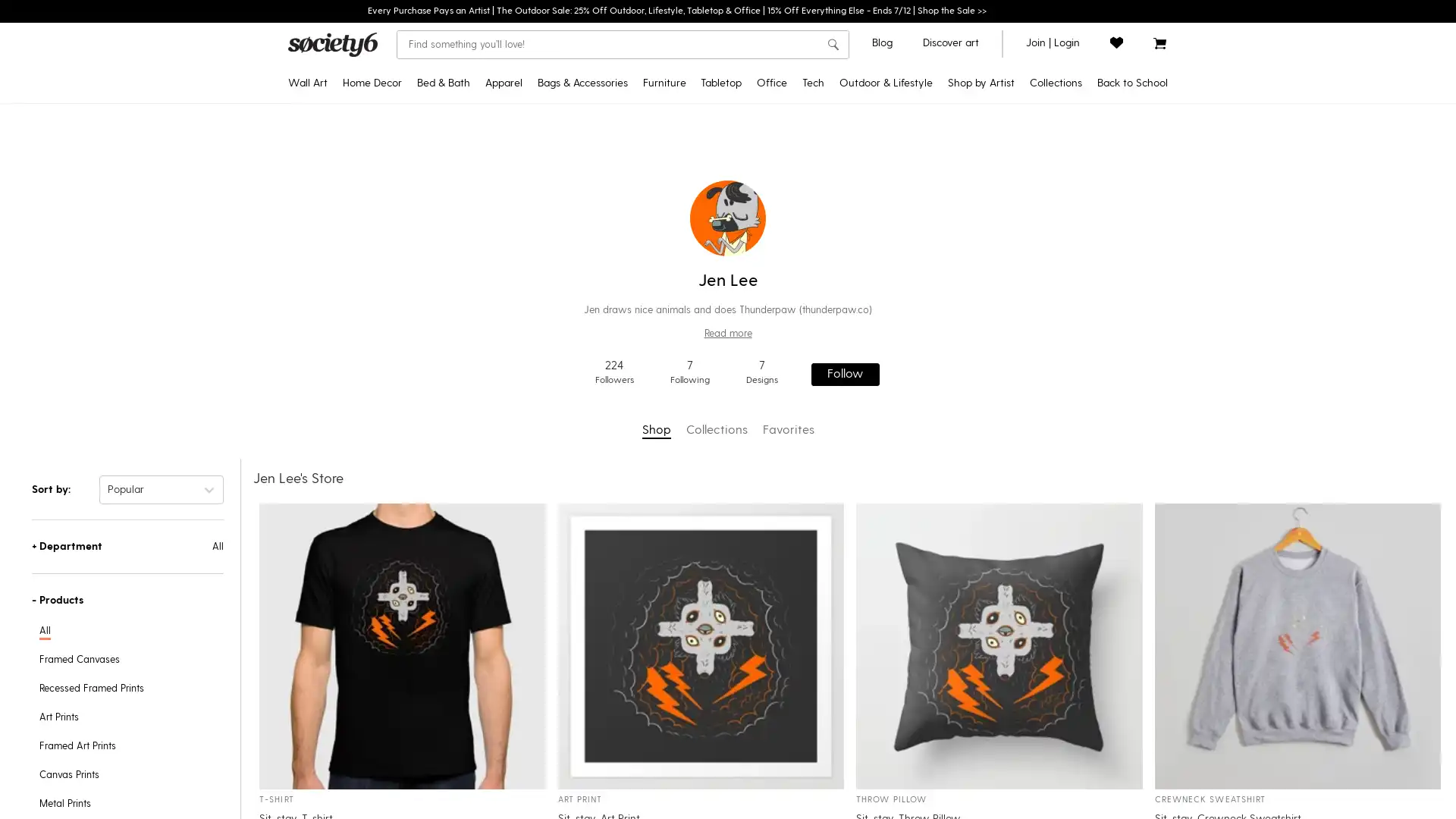 The image size is (1456, 819). Describe the element at coordinates (592, 146) in the screenshot. I see `Carry-All Pouches` at that location.